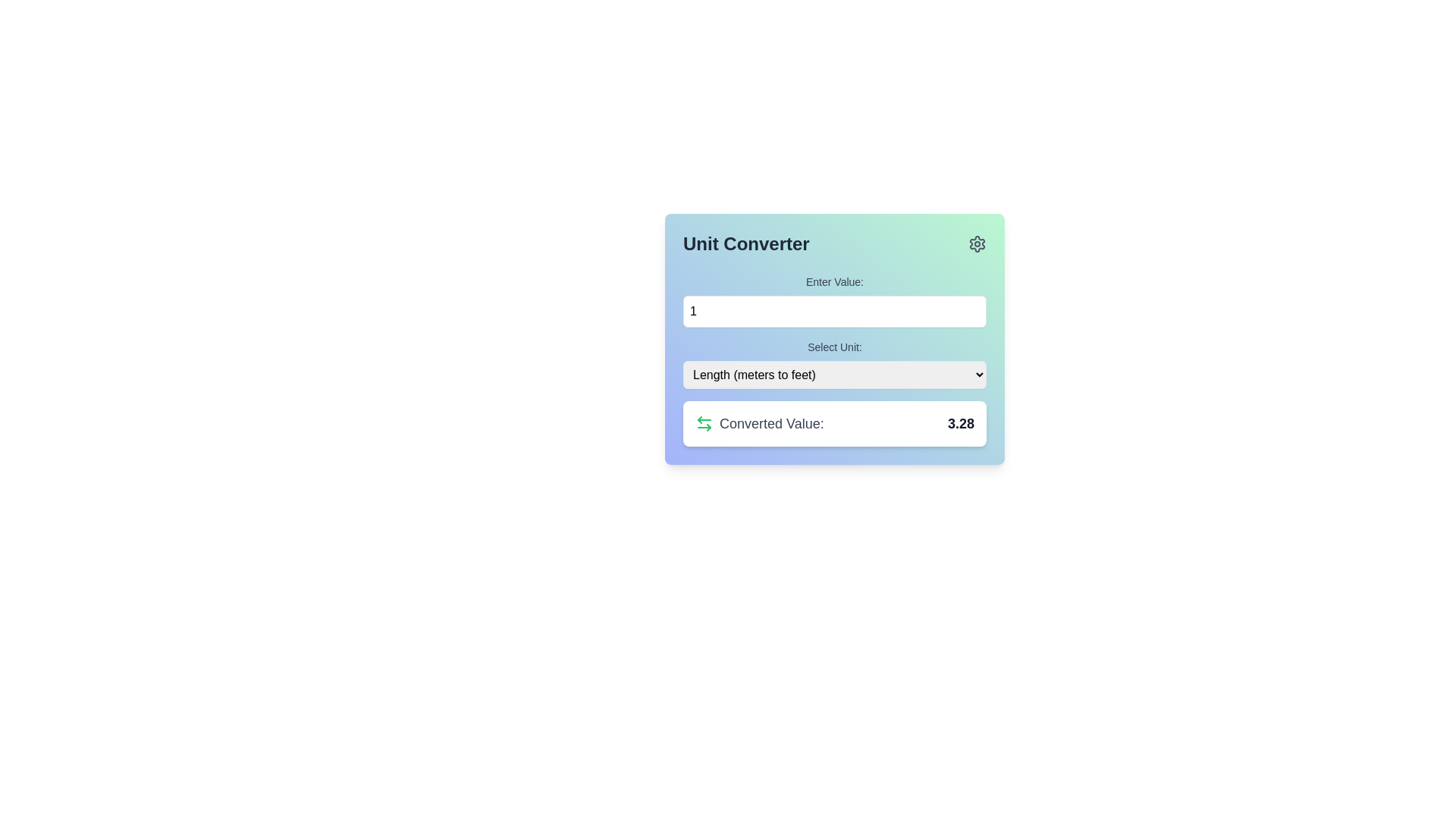  I want to click on the numeric input field labeled 'Enter Value:' under the 'Unit Converter' heading to focus the input box, so click(833, 301).